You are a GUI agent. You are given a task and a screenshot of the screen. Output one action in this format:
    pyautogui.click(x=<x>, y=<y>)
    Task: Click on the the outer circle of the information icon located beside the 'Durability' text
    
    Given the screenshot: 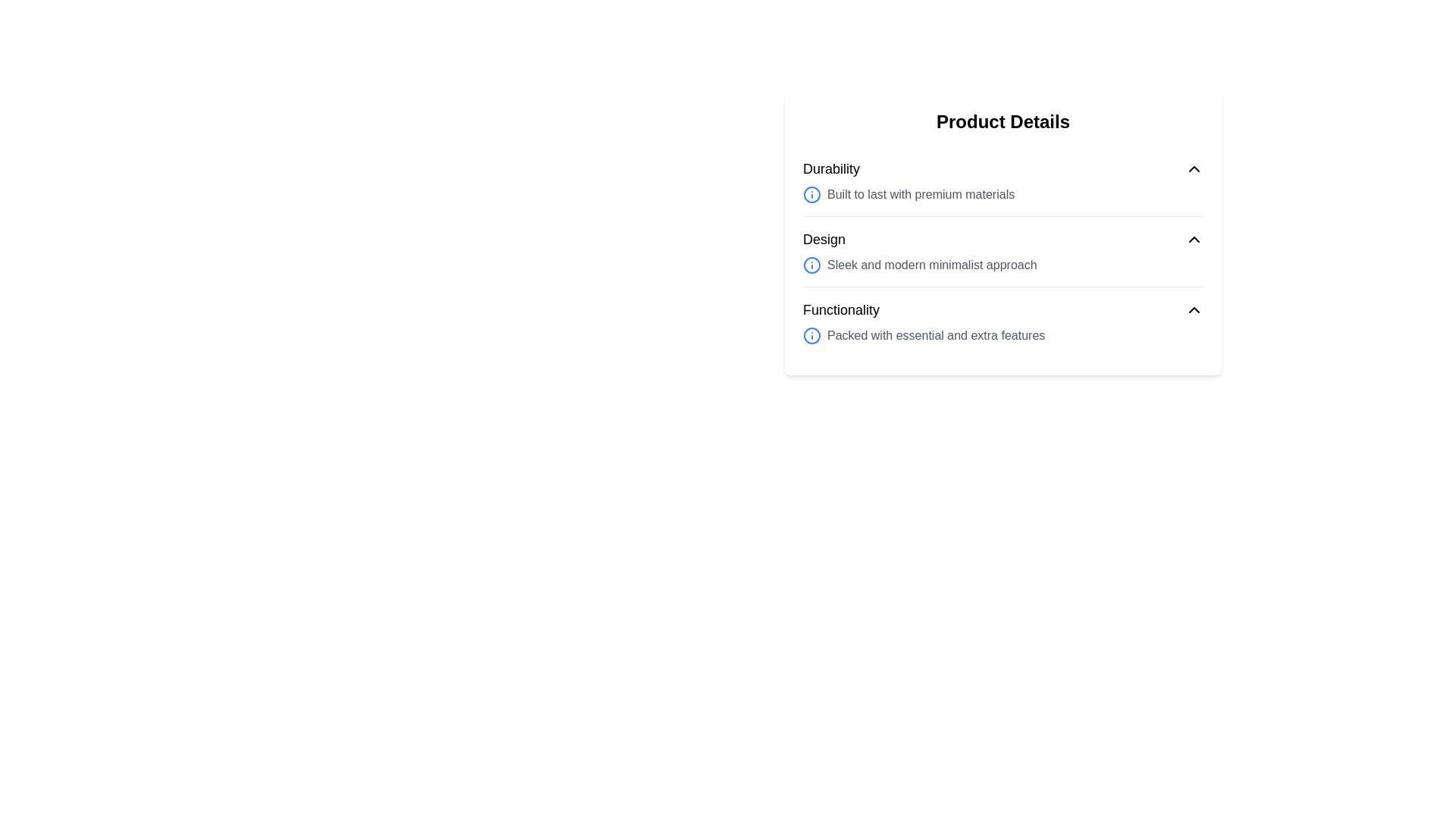 What is the action you would take?
    pyautogui.click(x=811, y=194)
    